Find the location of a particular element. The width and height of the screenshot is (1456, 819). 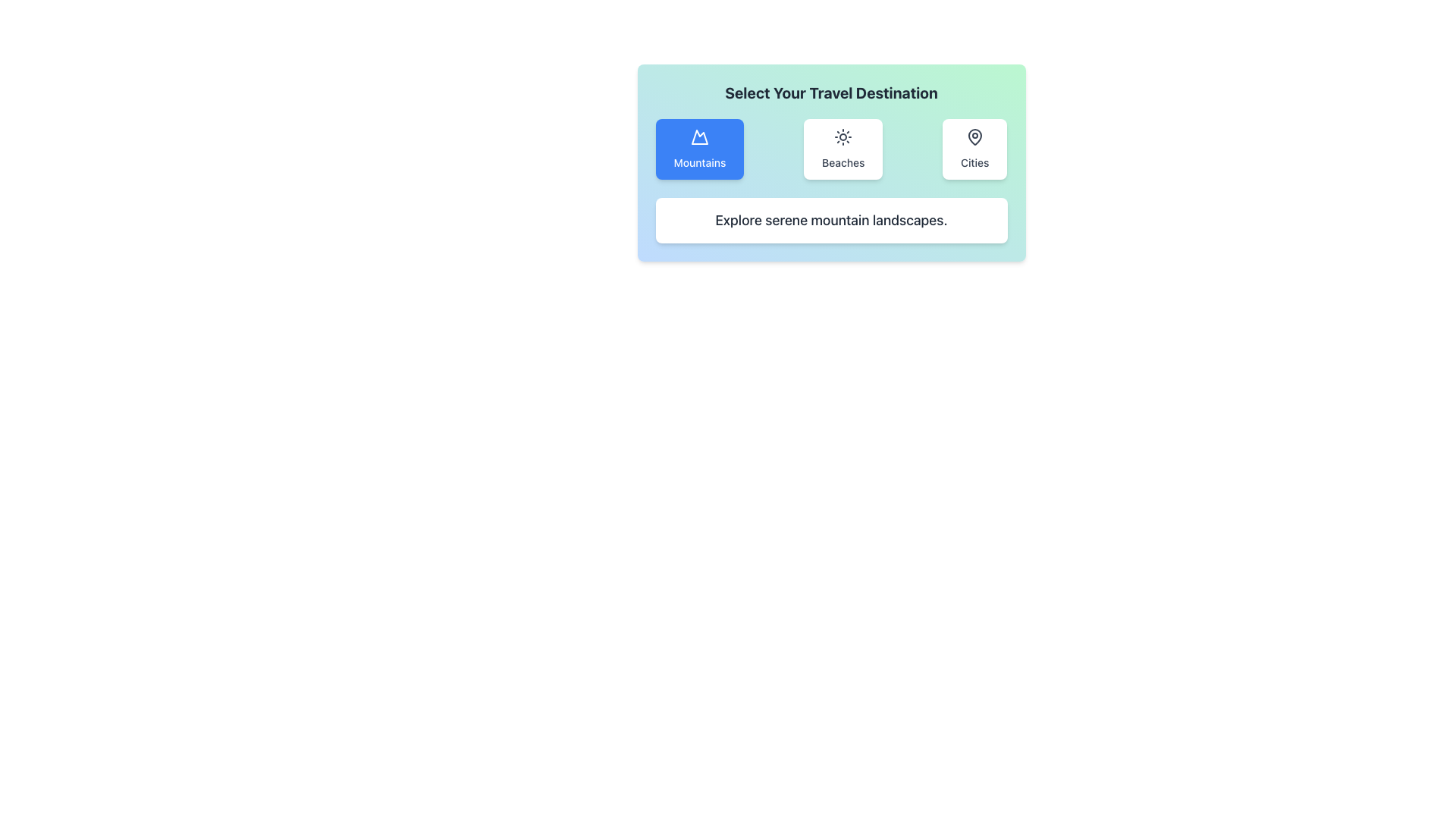

the 'Cities' selection button, which is the third button in a horizontal layout of three options is located at coordinates (974, 149).